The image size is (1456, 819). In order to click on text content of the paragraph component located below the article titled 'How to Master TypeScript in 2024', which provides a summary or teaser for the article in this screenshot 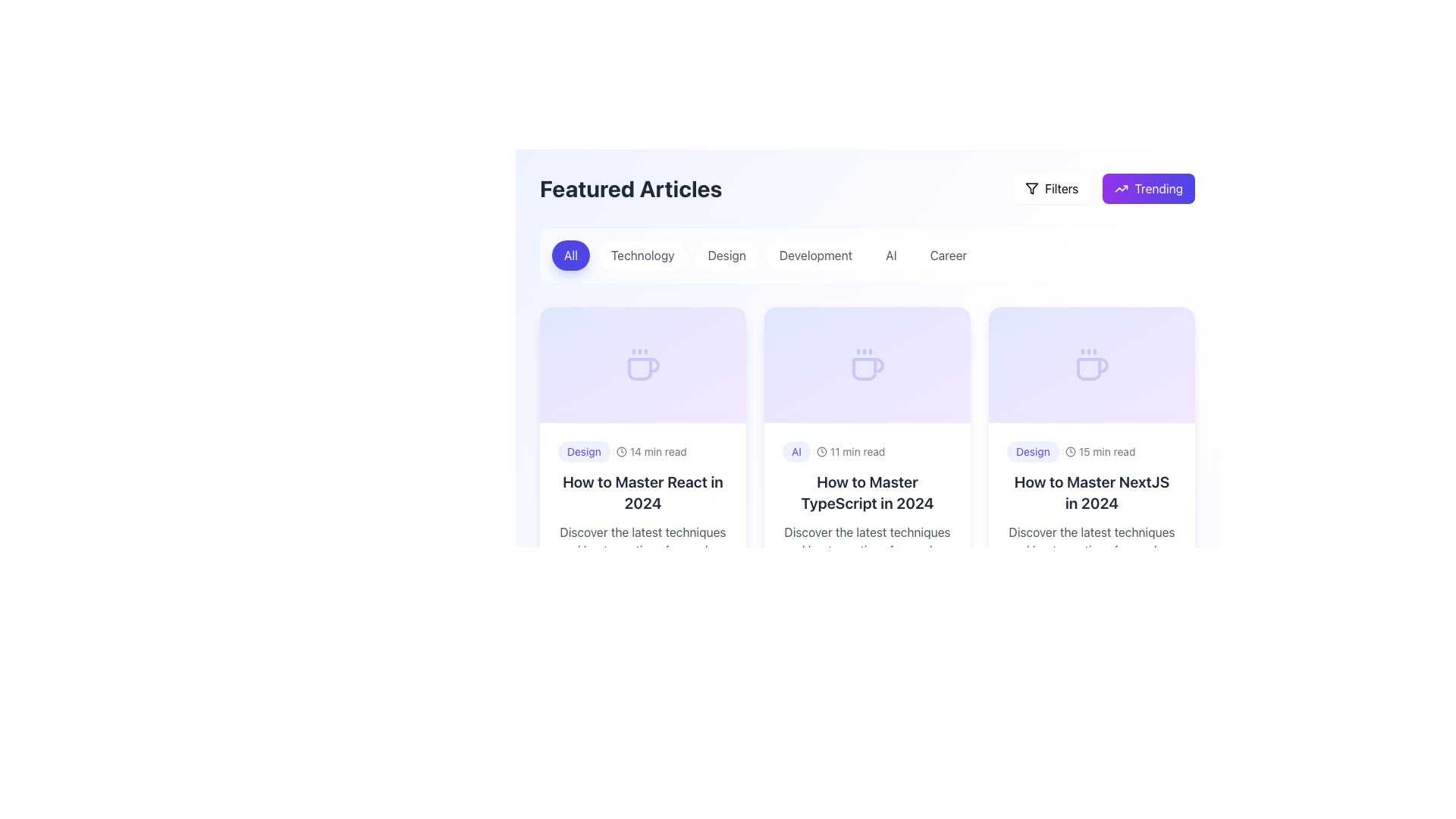, I will do `click(867, 540)`.